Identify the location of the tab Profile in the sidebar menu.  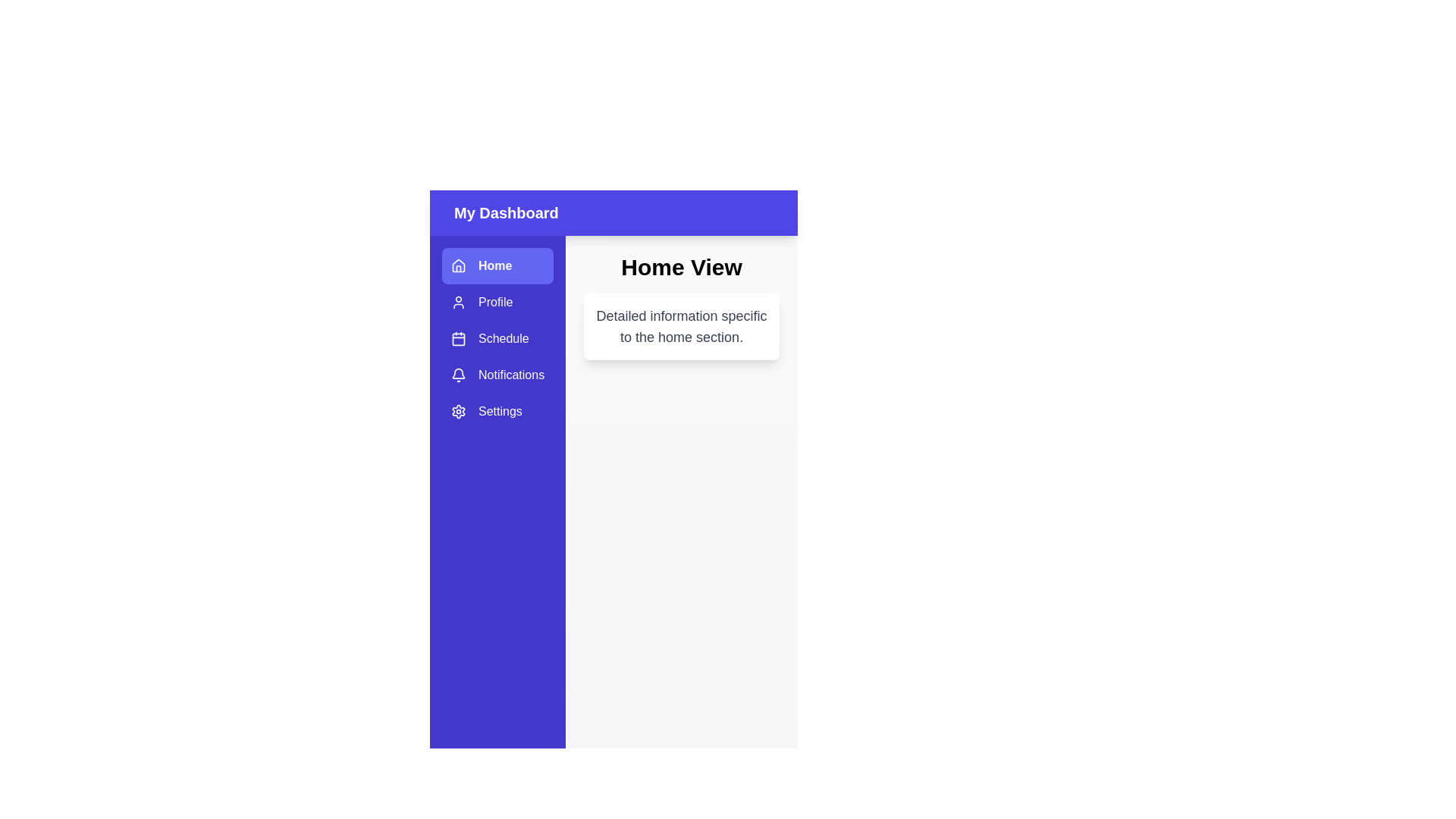
(497, 302).